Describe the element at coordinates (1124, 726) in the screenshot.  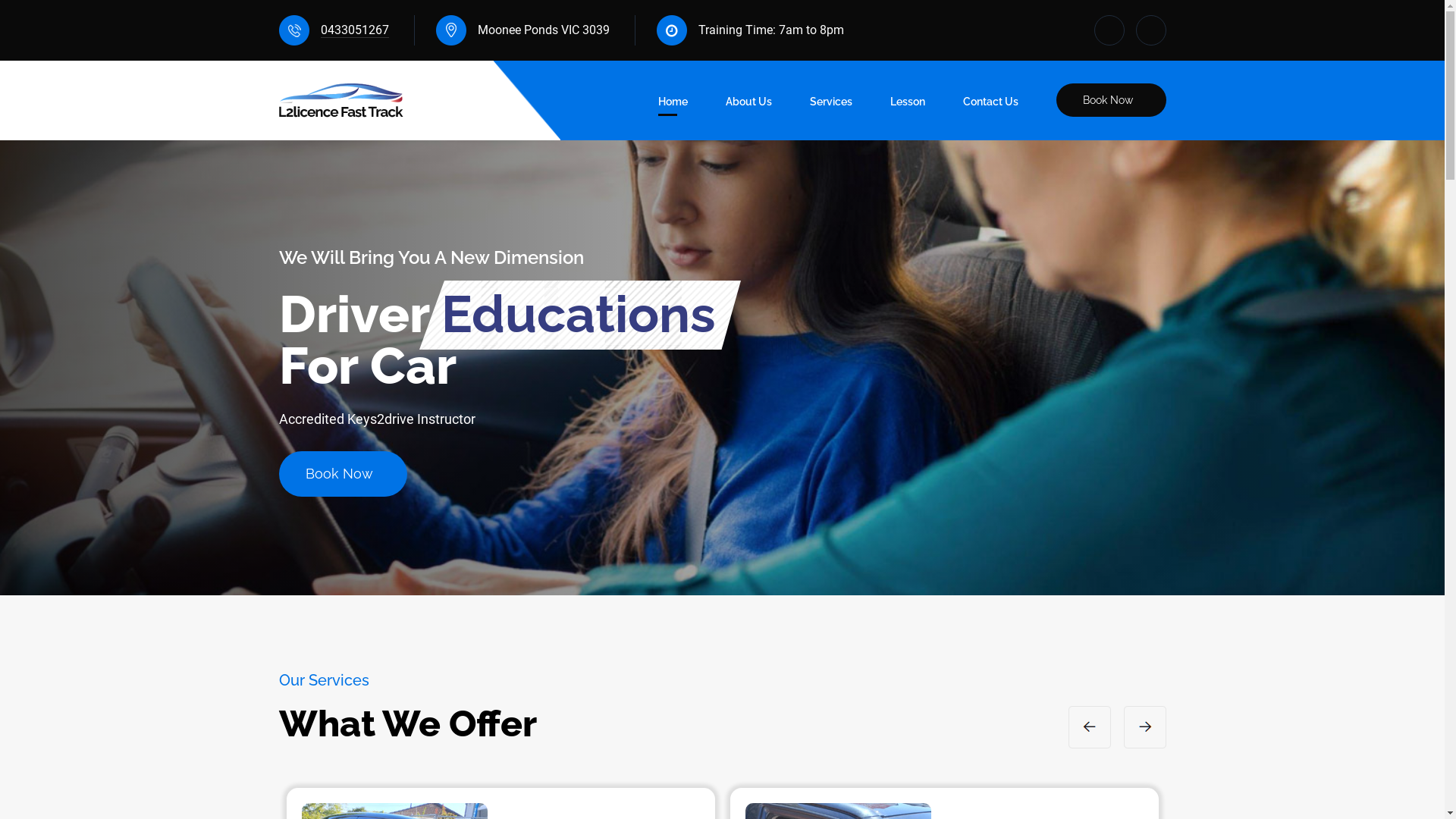
I see `'NEXT'` at that location.